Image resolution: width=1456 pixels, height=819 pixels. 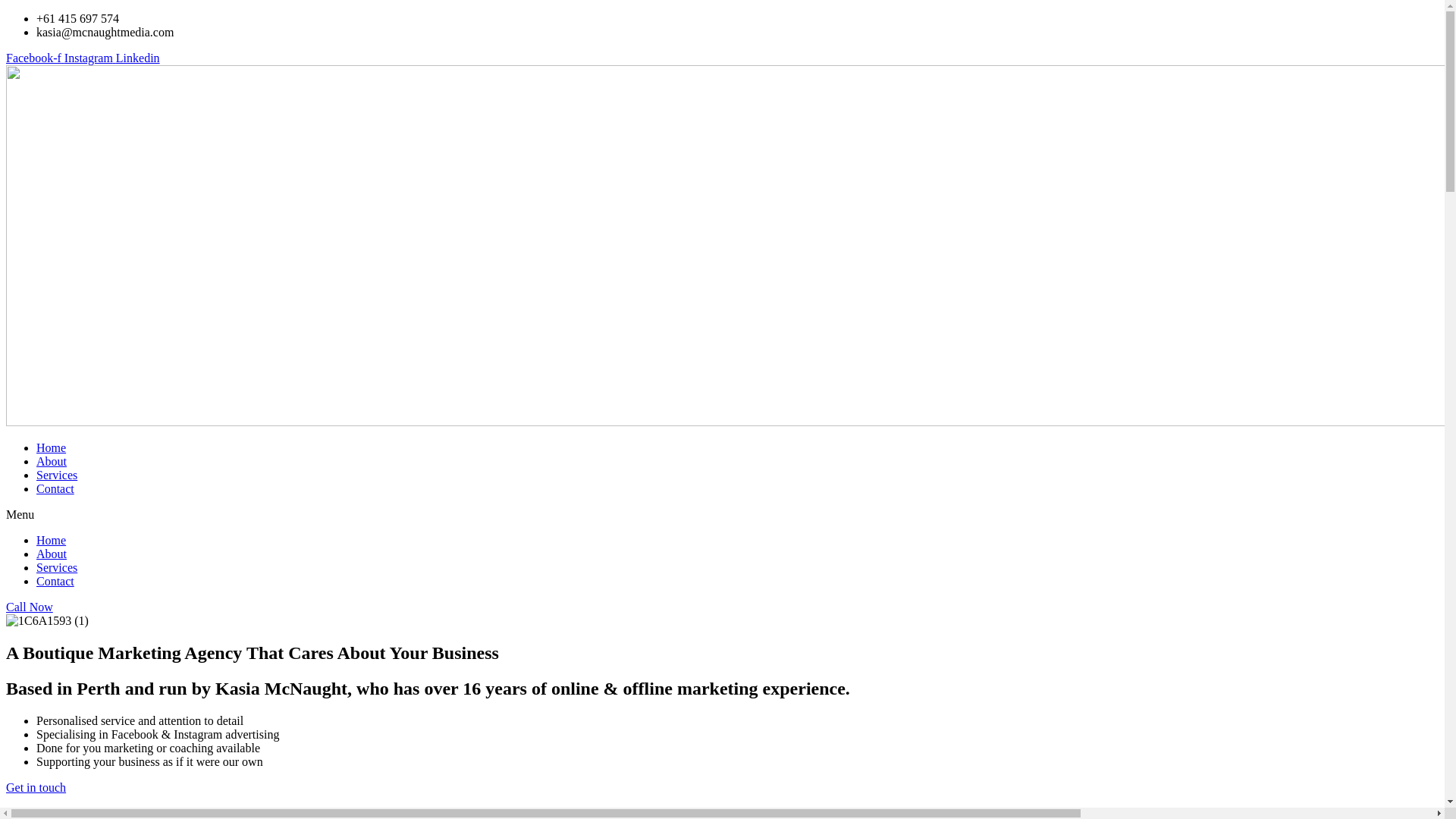 I want to click on 'Linkedin', so click(x=138, y=57).